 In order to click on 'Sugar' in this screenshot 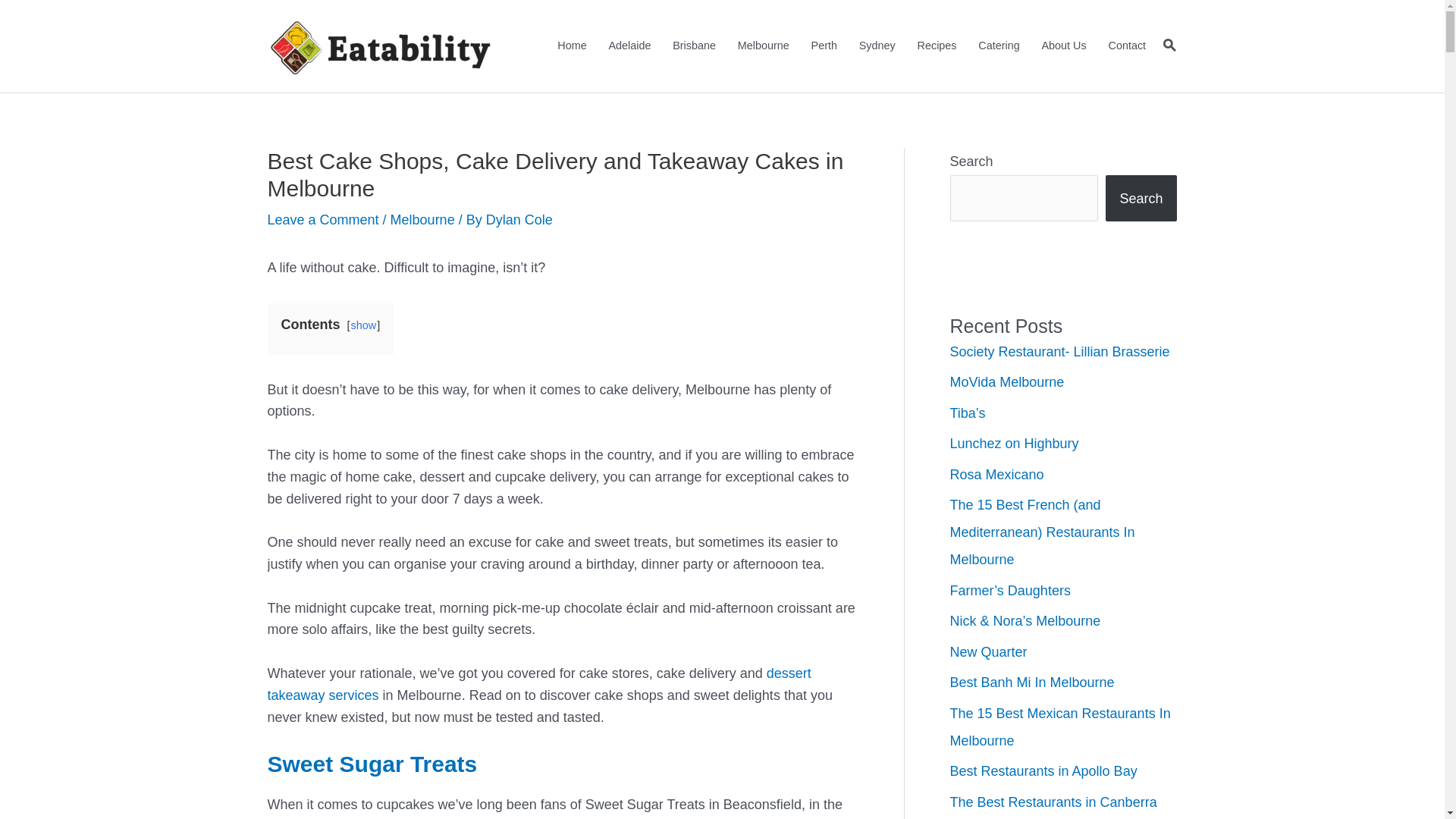, I will do `click(338, 764)`.